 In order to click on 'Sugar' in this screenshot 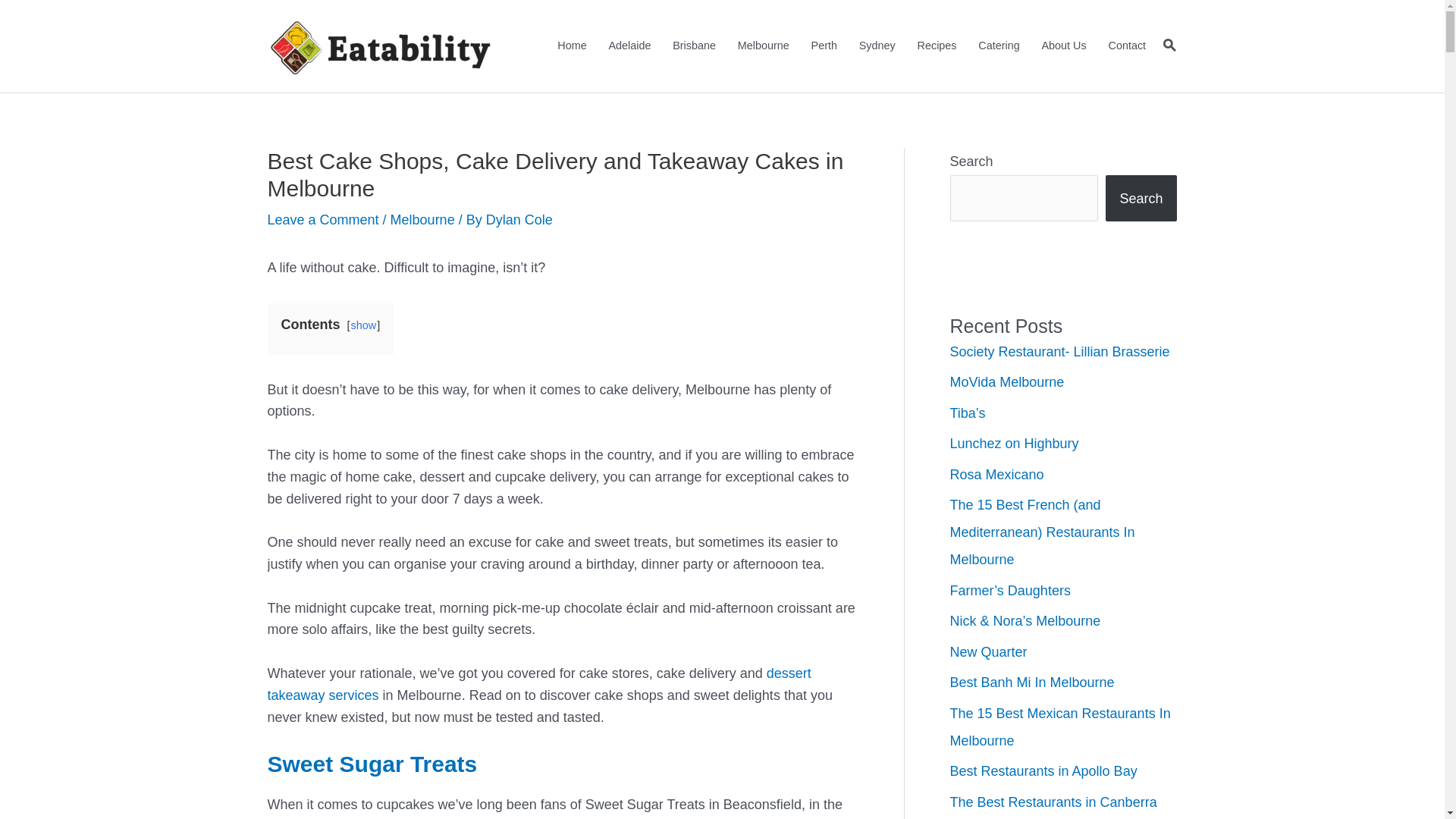, I will do `click(338, 764)`.